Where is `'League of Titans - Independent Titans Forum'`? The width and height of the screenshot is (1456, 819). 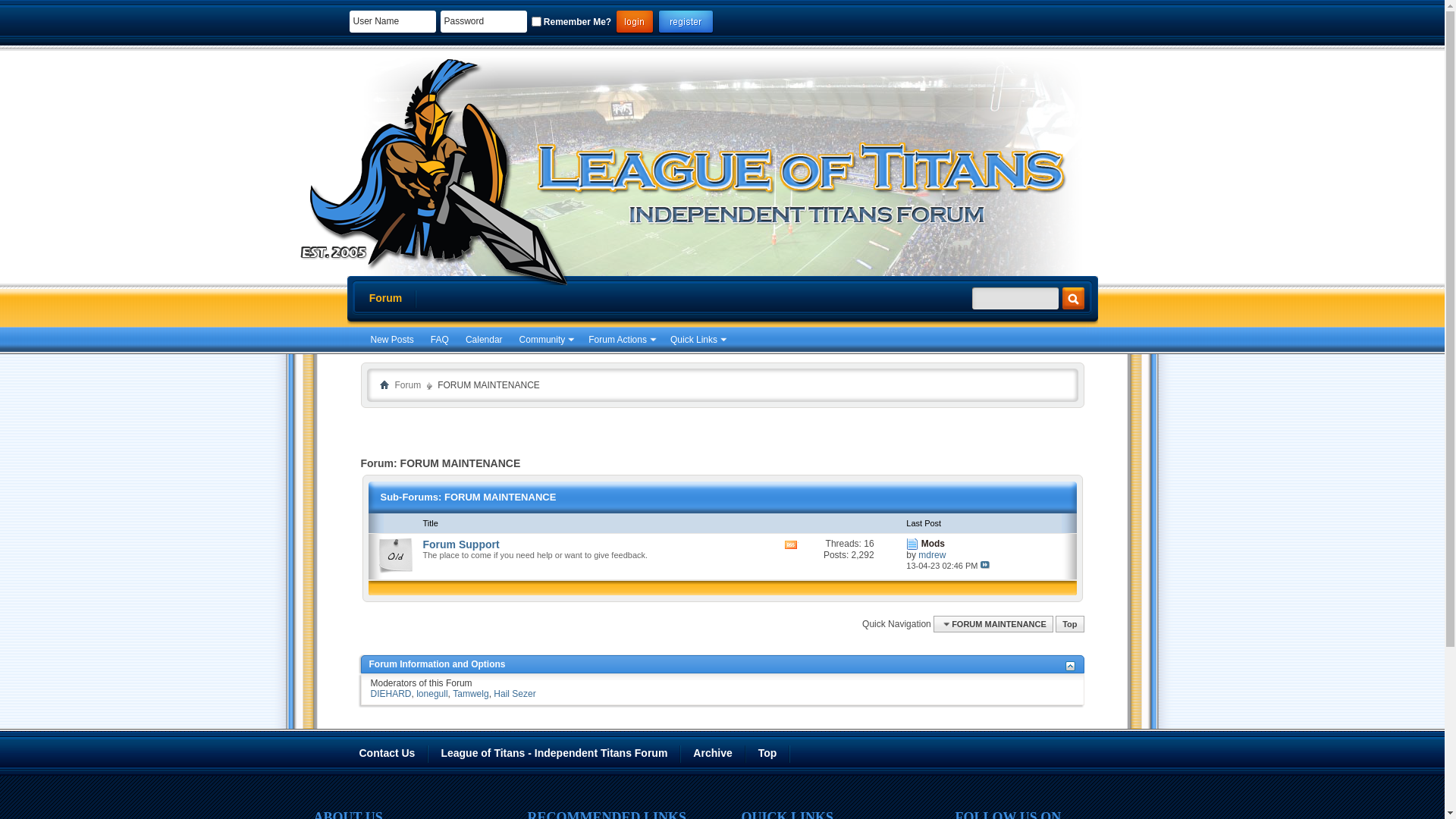
'League of Titans - Independent Titans Forum' is located at coordinates (554, 753).